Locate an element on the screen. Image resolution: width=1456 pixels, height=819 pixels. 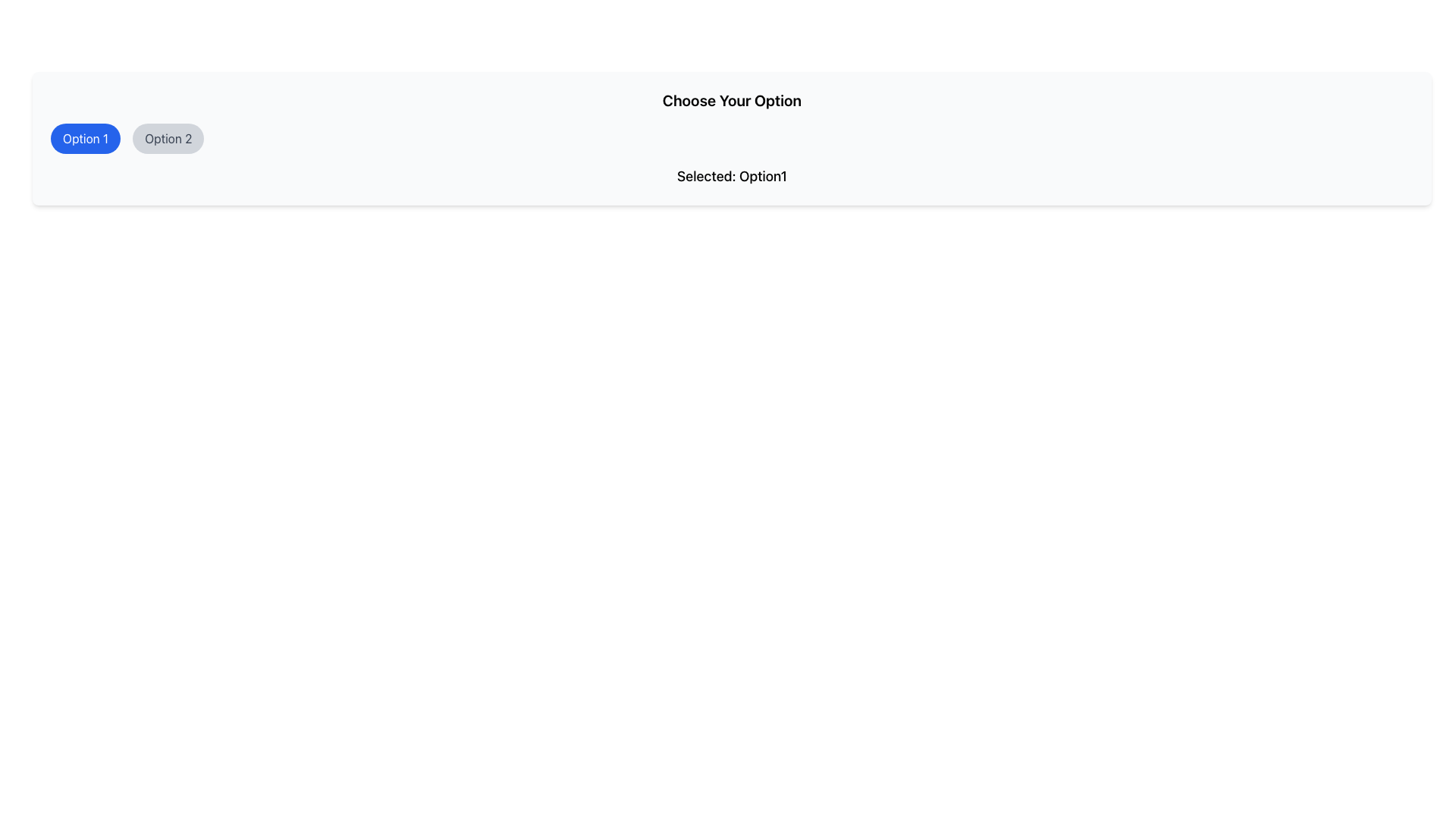
the circular button labeled 'Option 1' which has a blue background and white text, located on the left side of a row of buttons is located at coordinates (85, 138).